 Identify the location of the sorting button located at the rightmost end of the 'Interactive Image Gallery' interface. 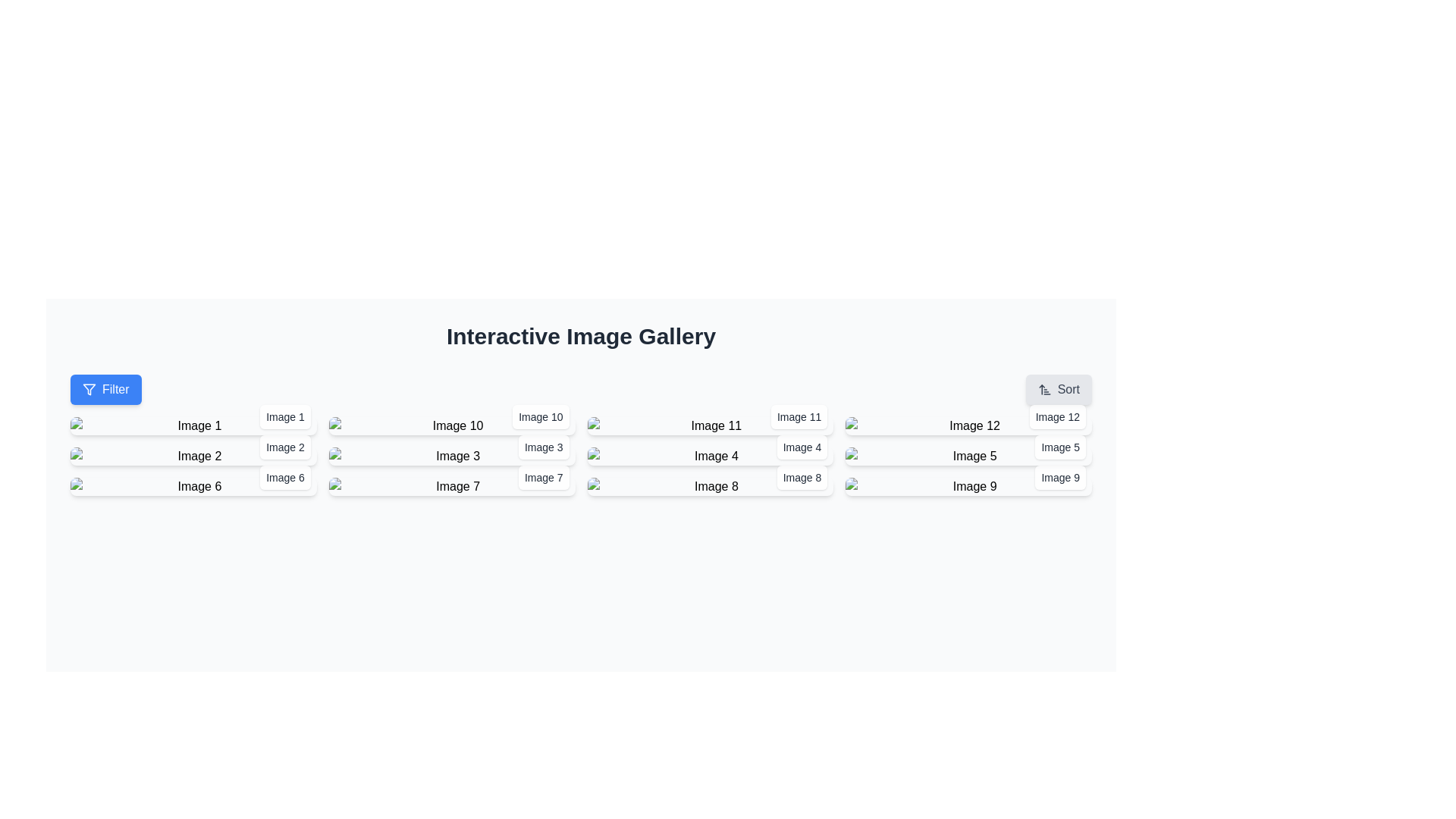
(1058, 388).